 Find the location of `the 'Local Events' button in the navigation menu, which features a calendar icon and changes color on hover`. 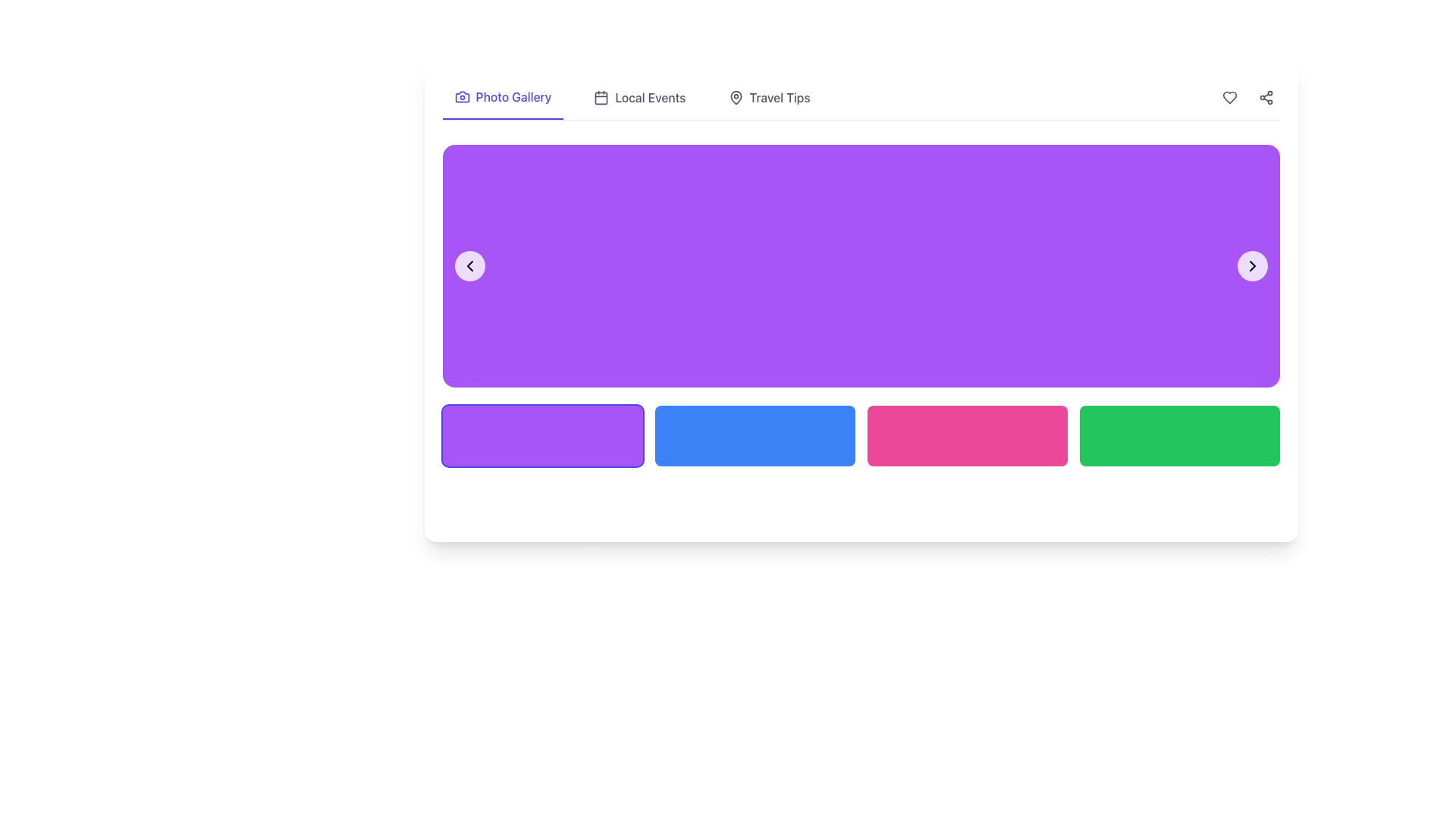

the 'Local Events' button in the navigation menu, which features a calendar icon and changes color on hover is located at coordinates (639, 97).